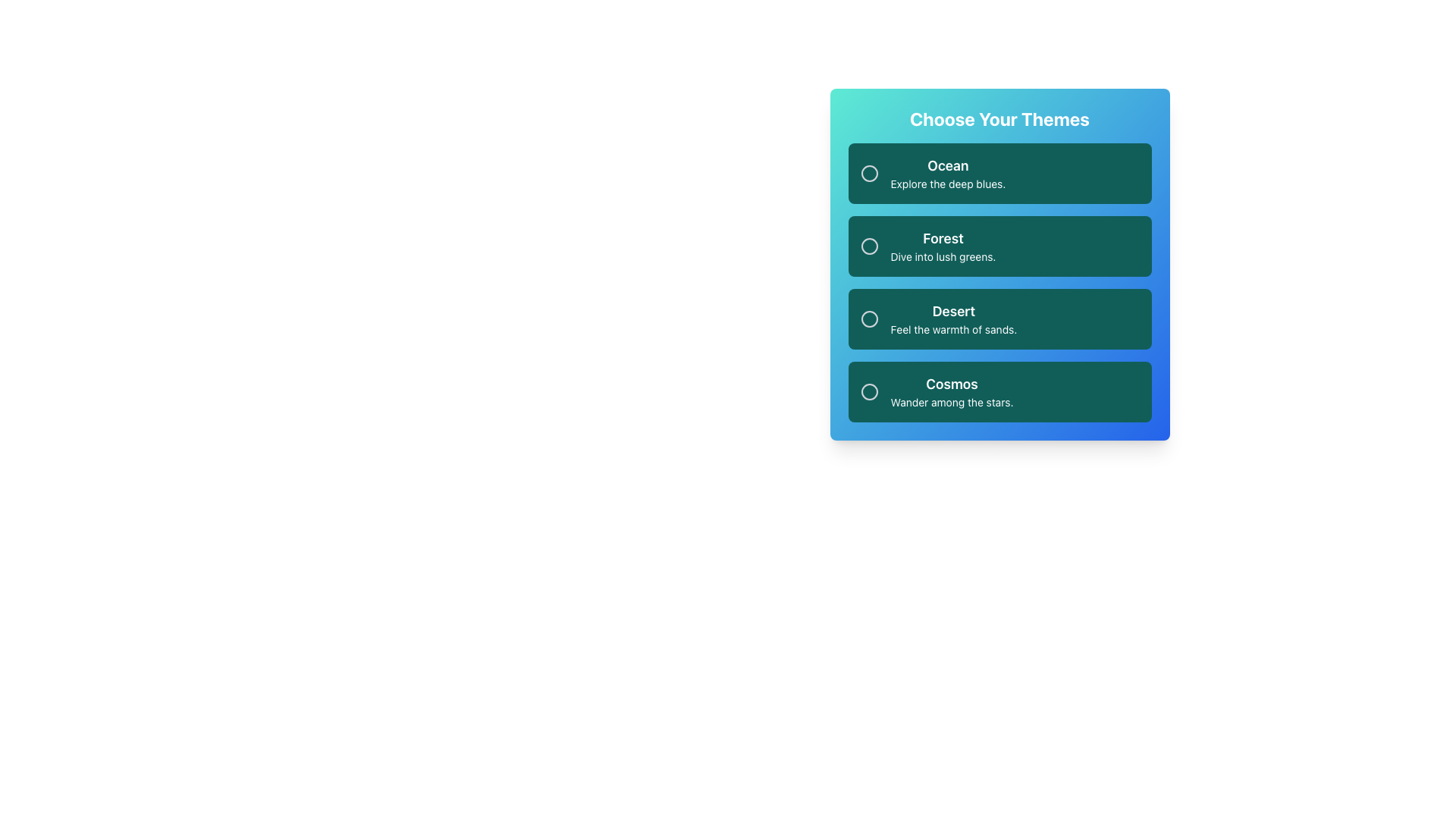 The image size is (1456, 819). Describe the element at coordinates (869, 245) in the screenshot. I see `the radio button for the 'Forest' option` at that location.